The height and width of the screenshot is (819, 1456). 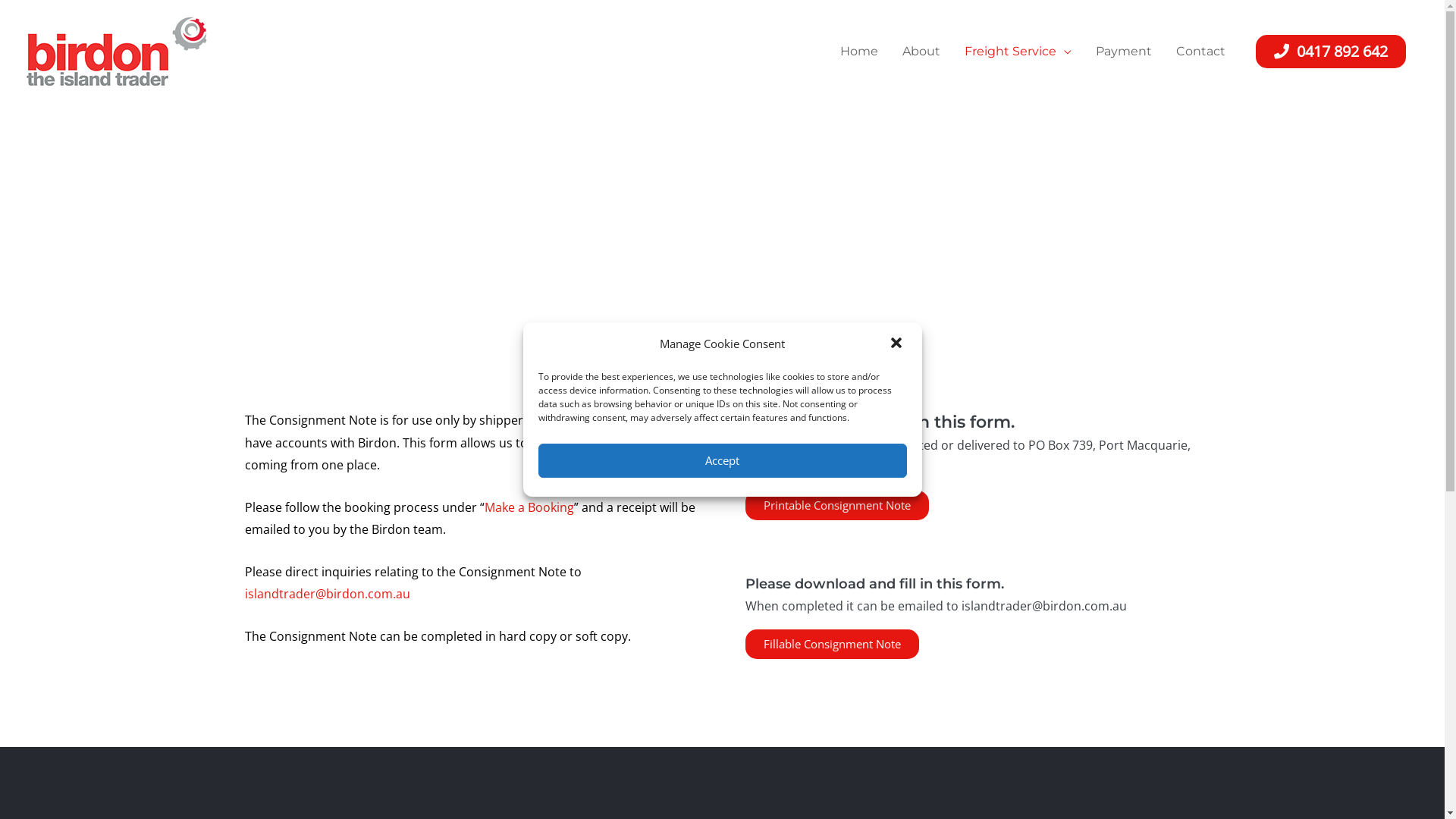 What do you see at coordinates (1200, 51) in the screenshot?
I see `'Contact'` at bounding box center [1200, 51].